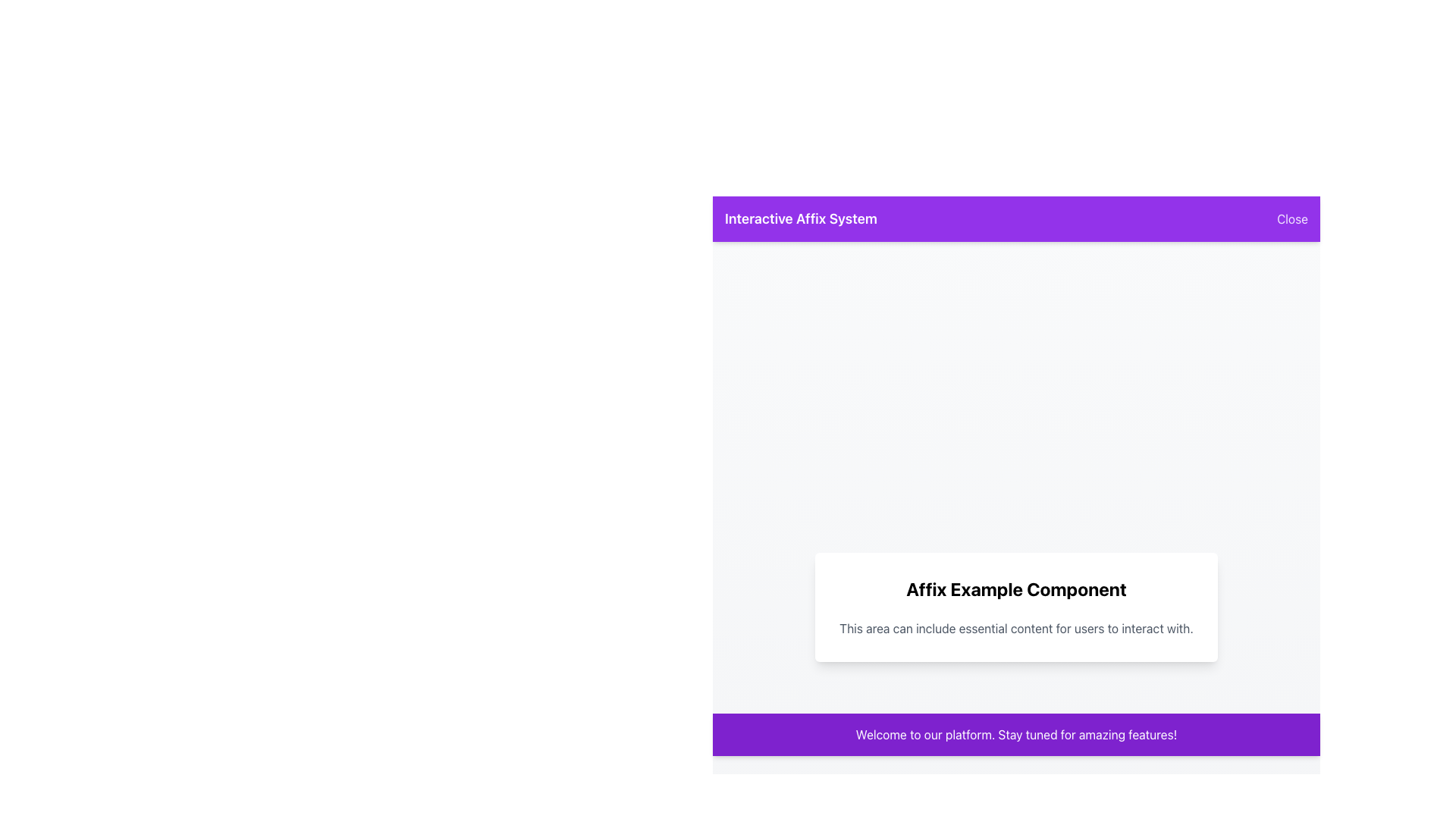 Image resolution: width=1456 pixels, height=819 pixels. What do you see at coordinates (1016, 629) in the screenshot?
I see `the text element reading 'This area can include essential content for users to interact with.' which is styled in gray and positioned below the header 'Affix Example Component.'` at bounding box center [1016, 629].